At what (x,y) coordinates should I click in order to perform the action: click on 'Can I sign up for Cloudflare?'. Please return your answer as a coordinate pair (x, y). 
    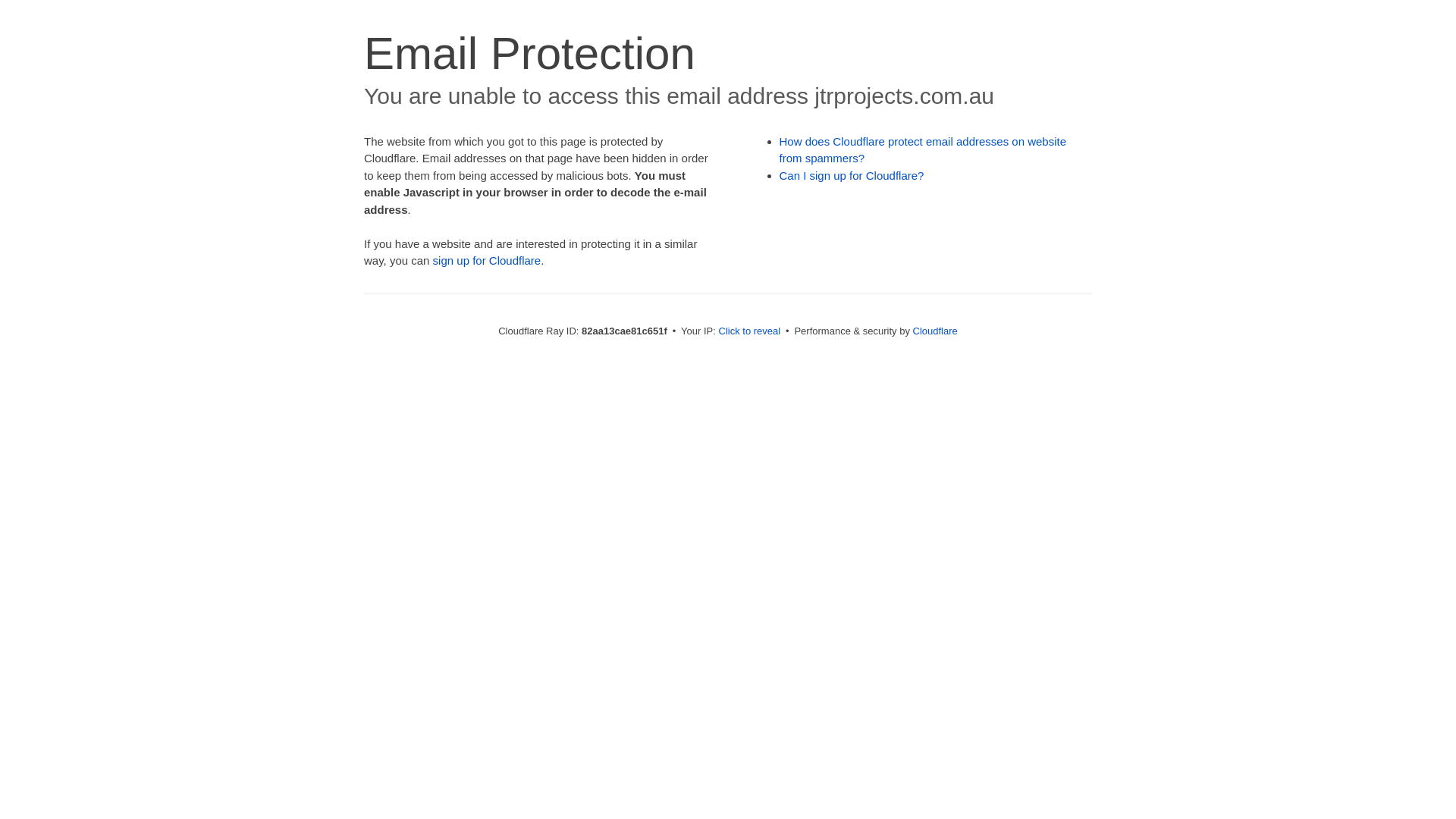
    Looking at the image, I should click on (852, 174).